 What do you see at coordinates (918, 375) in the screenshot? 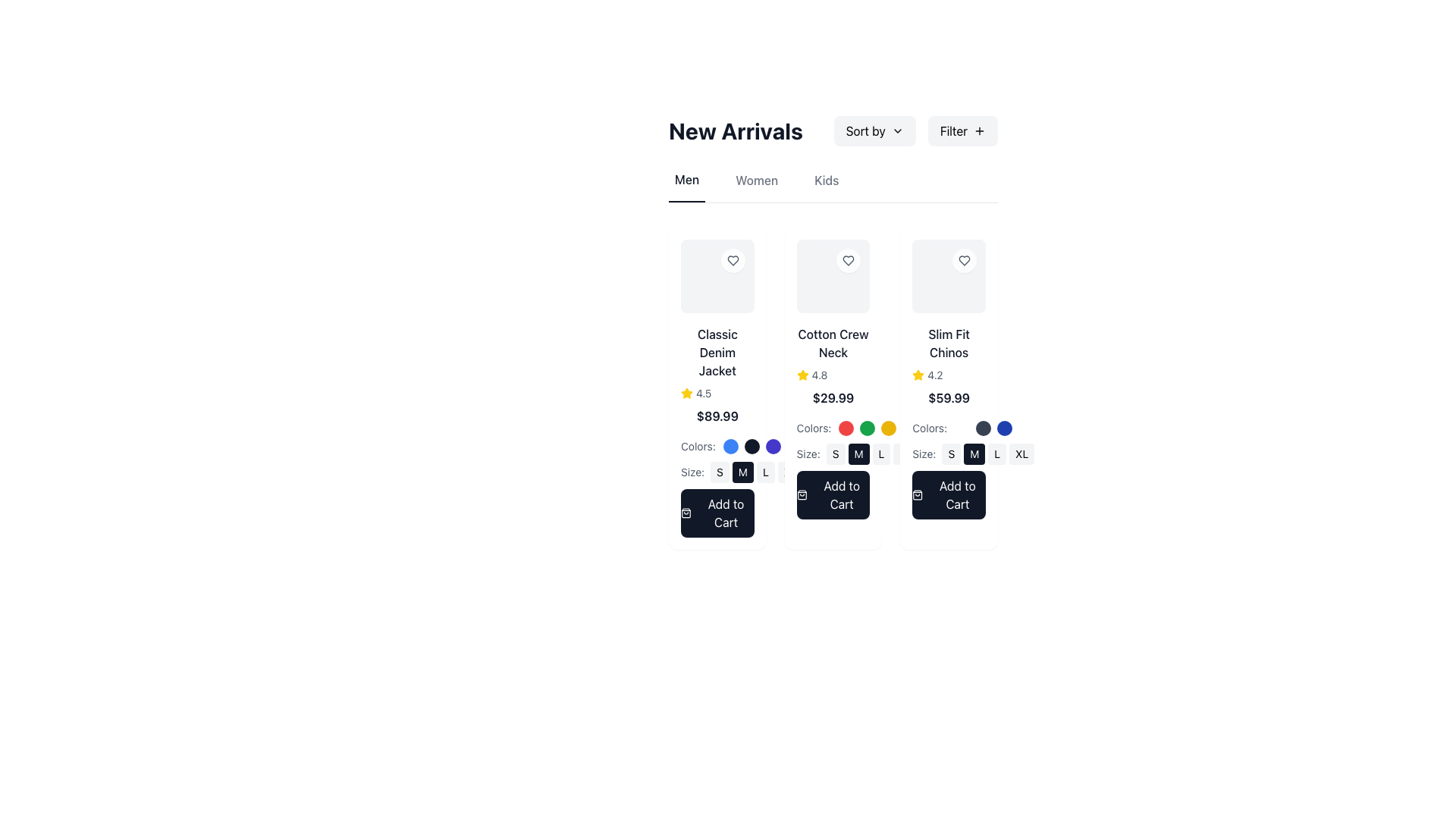
I see `the star icon with a yellow fill that is next to the text '4.2', which indicates a rating-related context` at bounding box center [918, 375].